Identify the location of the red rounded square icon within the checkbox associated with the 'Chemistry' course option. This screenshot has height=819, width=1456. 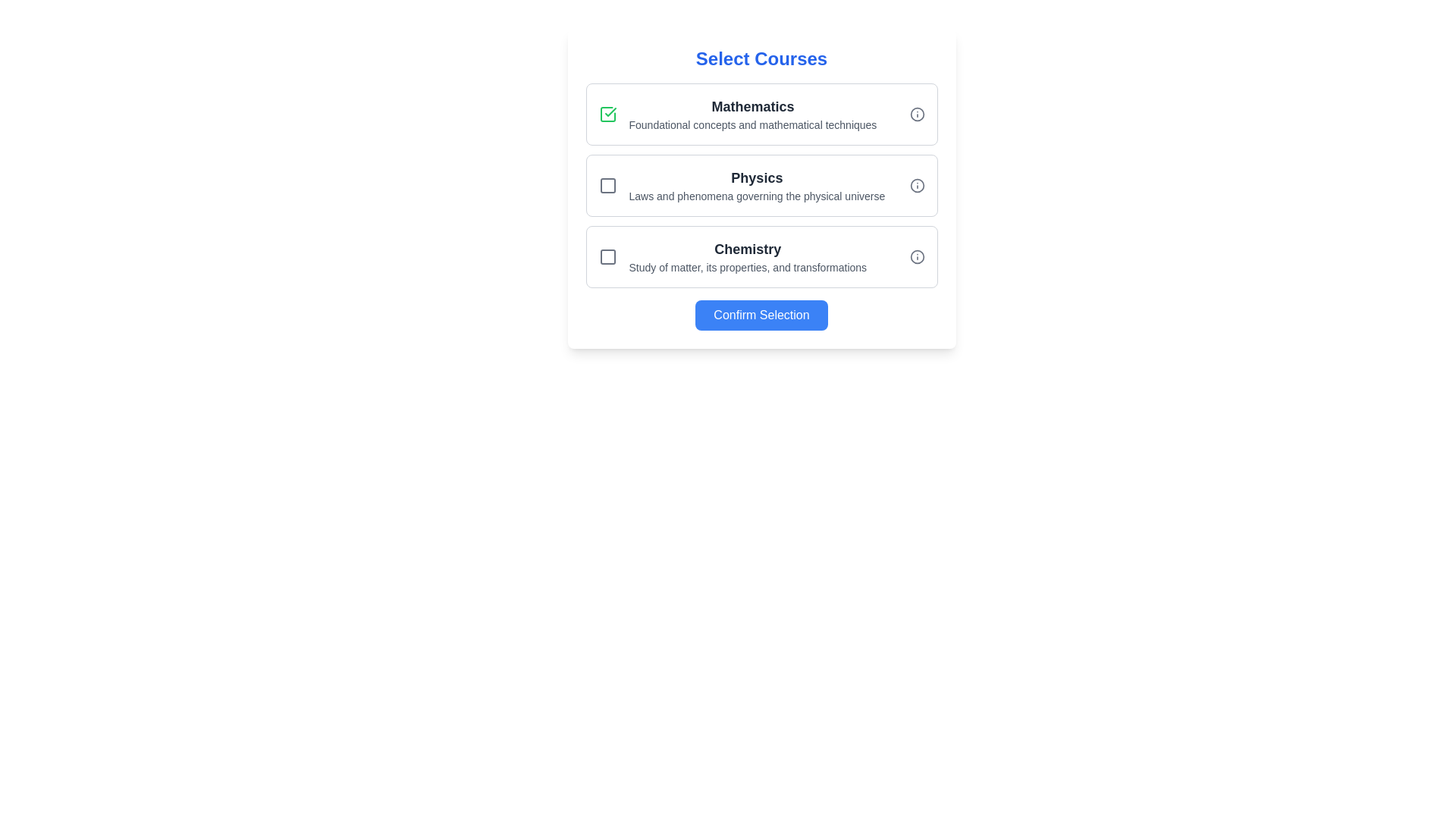
(607, 256).